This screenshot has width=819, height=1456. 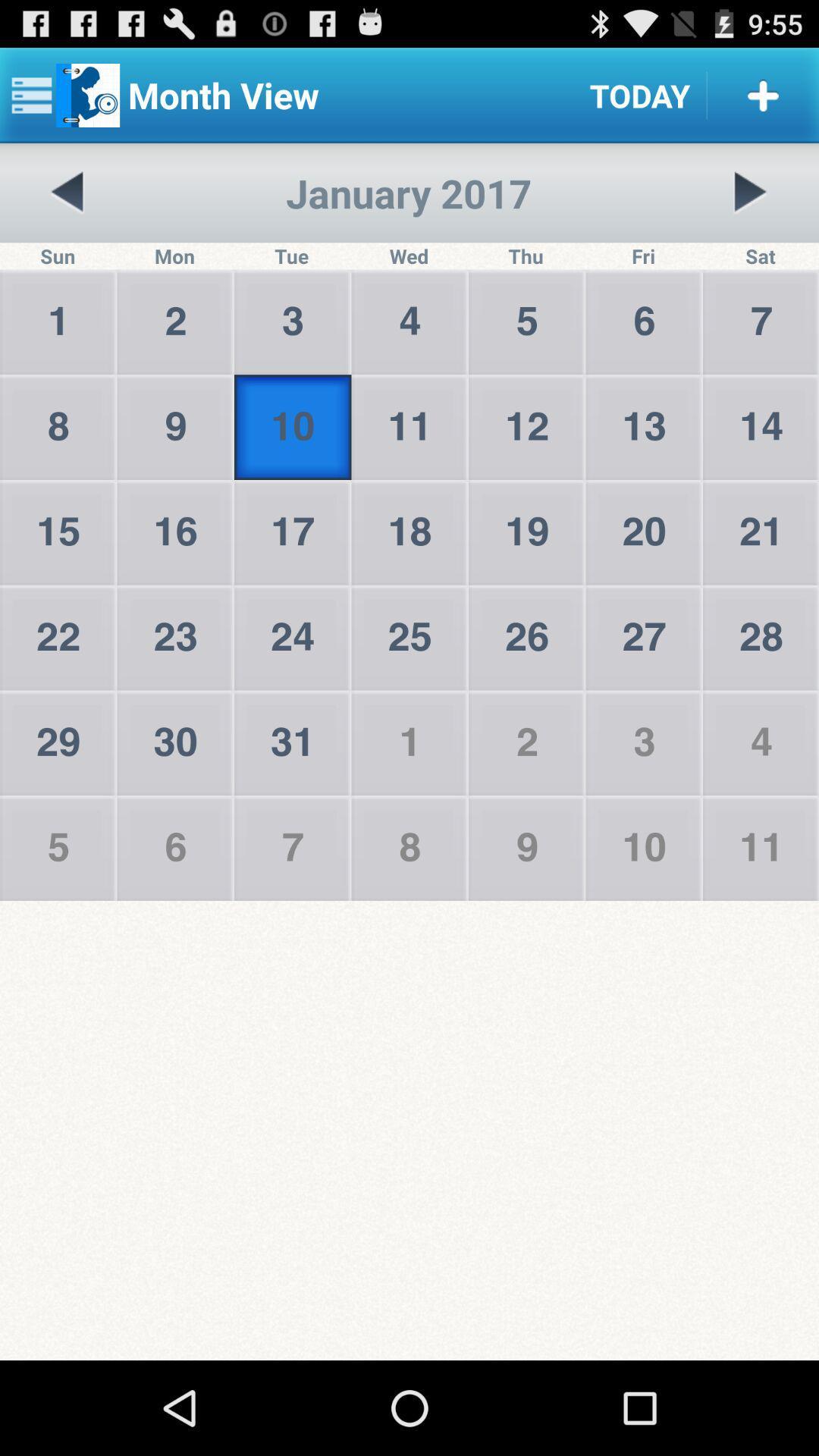 What do you see at coordinates (749, 192) in the screenshot?
I see `next month` at bounding box center [749, 192].